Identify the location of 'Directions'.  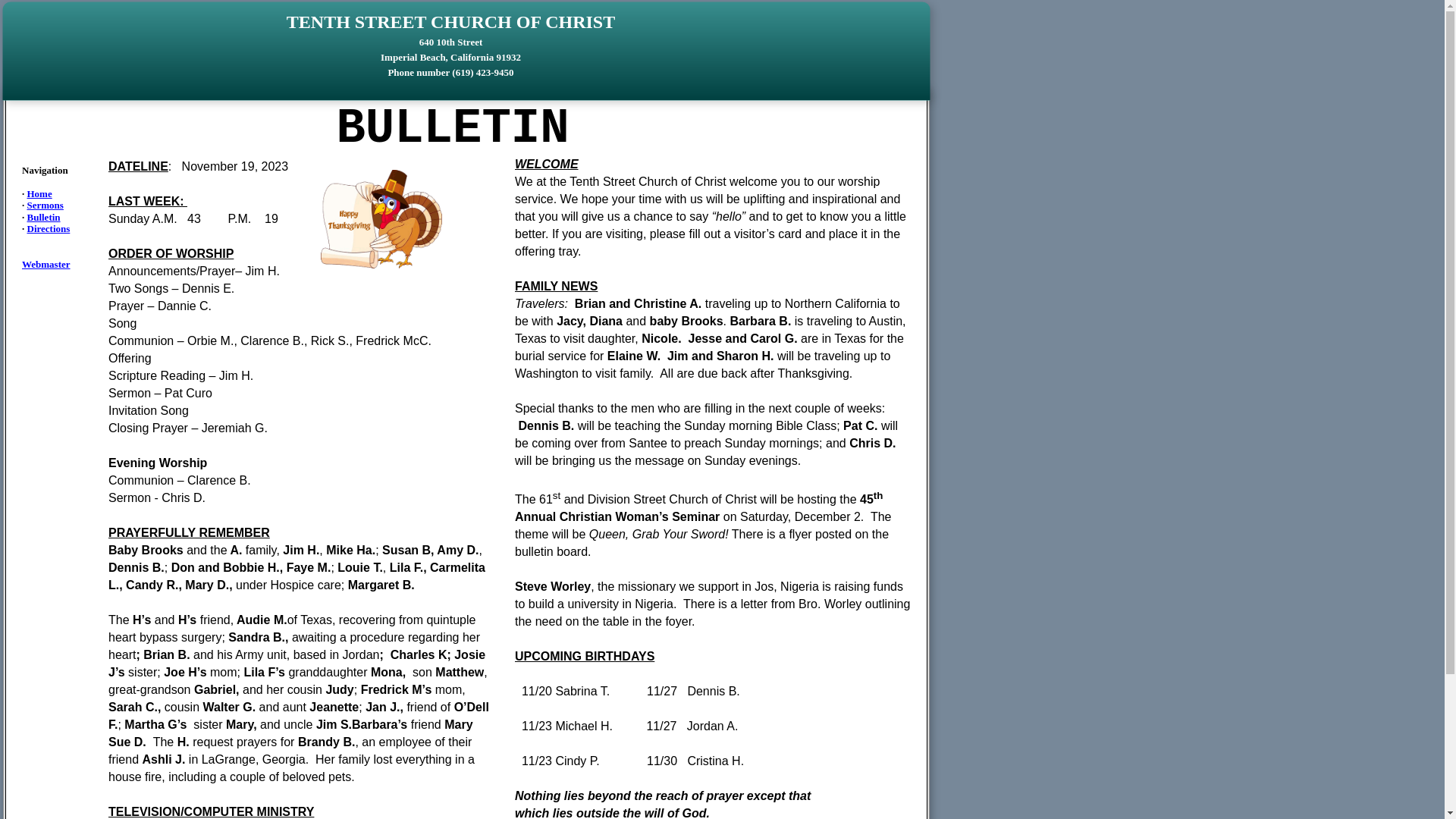
(49, 228).